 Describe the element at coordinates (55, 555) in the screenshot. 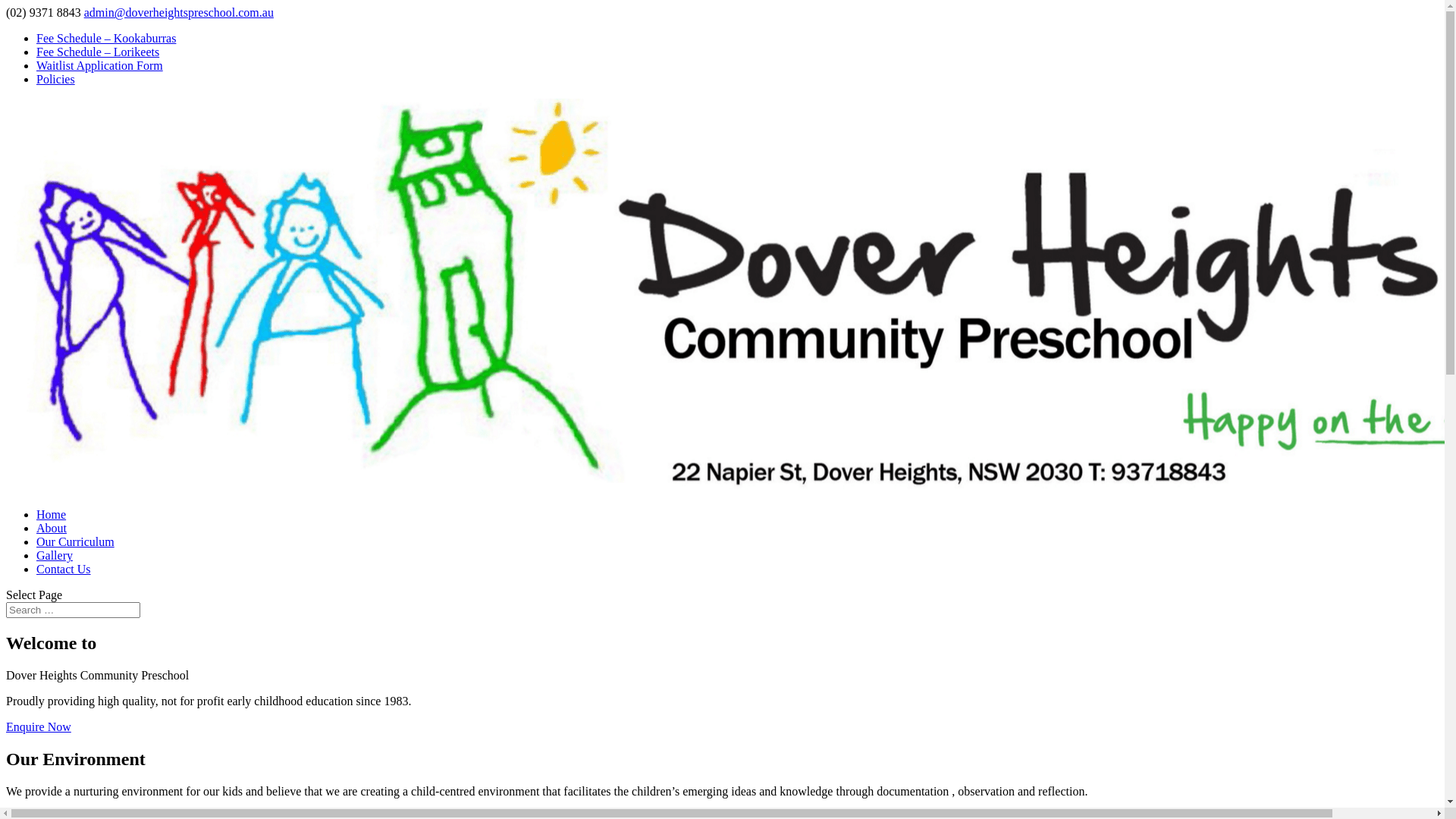

I see `'Gallery'` at that location.